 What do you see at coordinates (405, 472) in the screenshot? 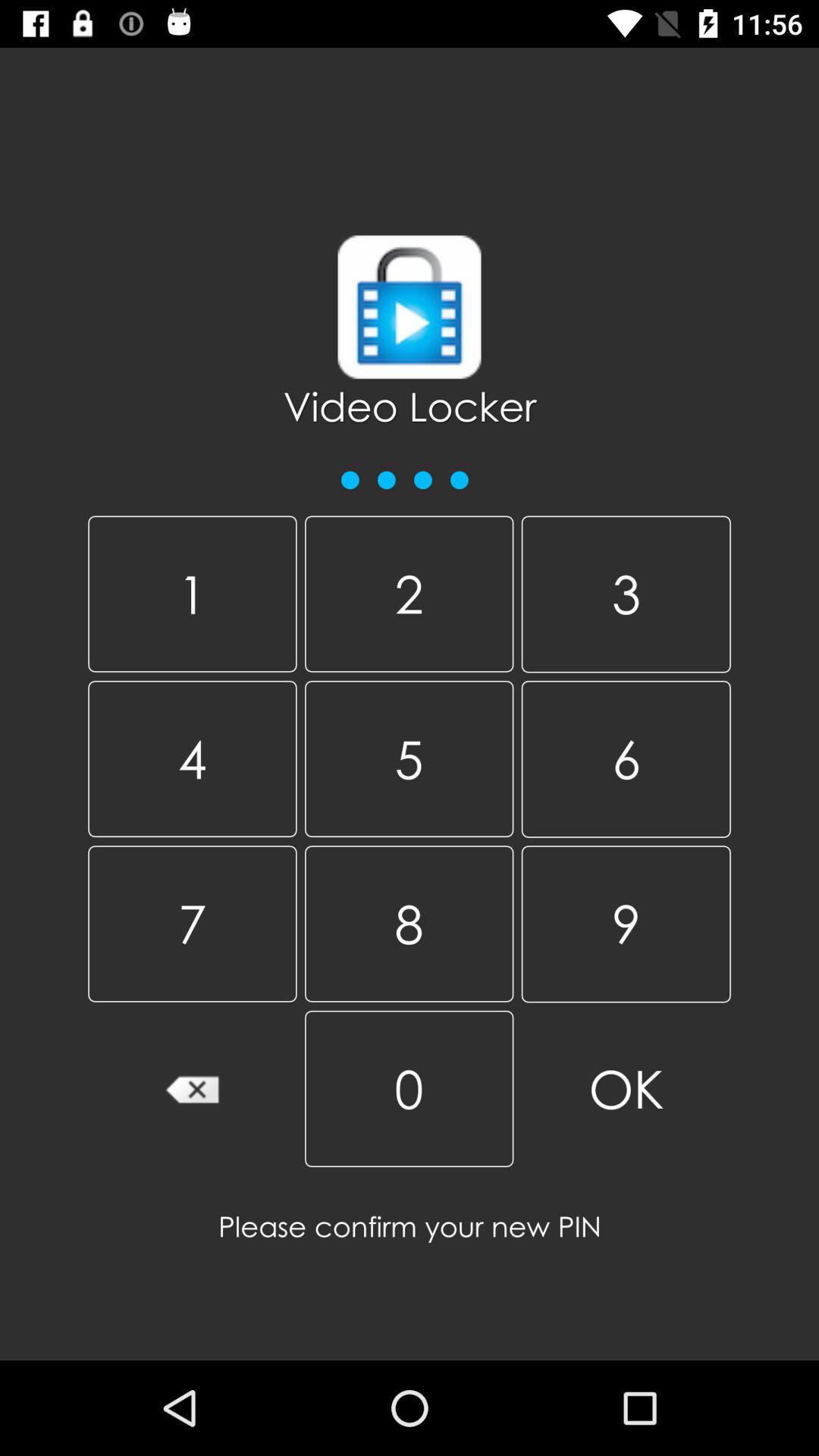
I see `the 1234 icon` at bounding box center [405, 472].